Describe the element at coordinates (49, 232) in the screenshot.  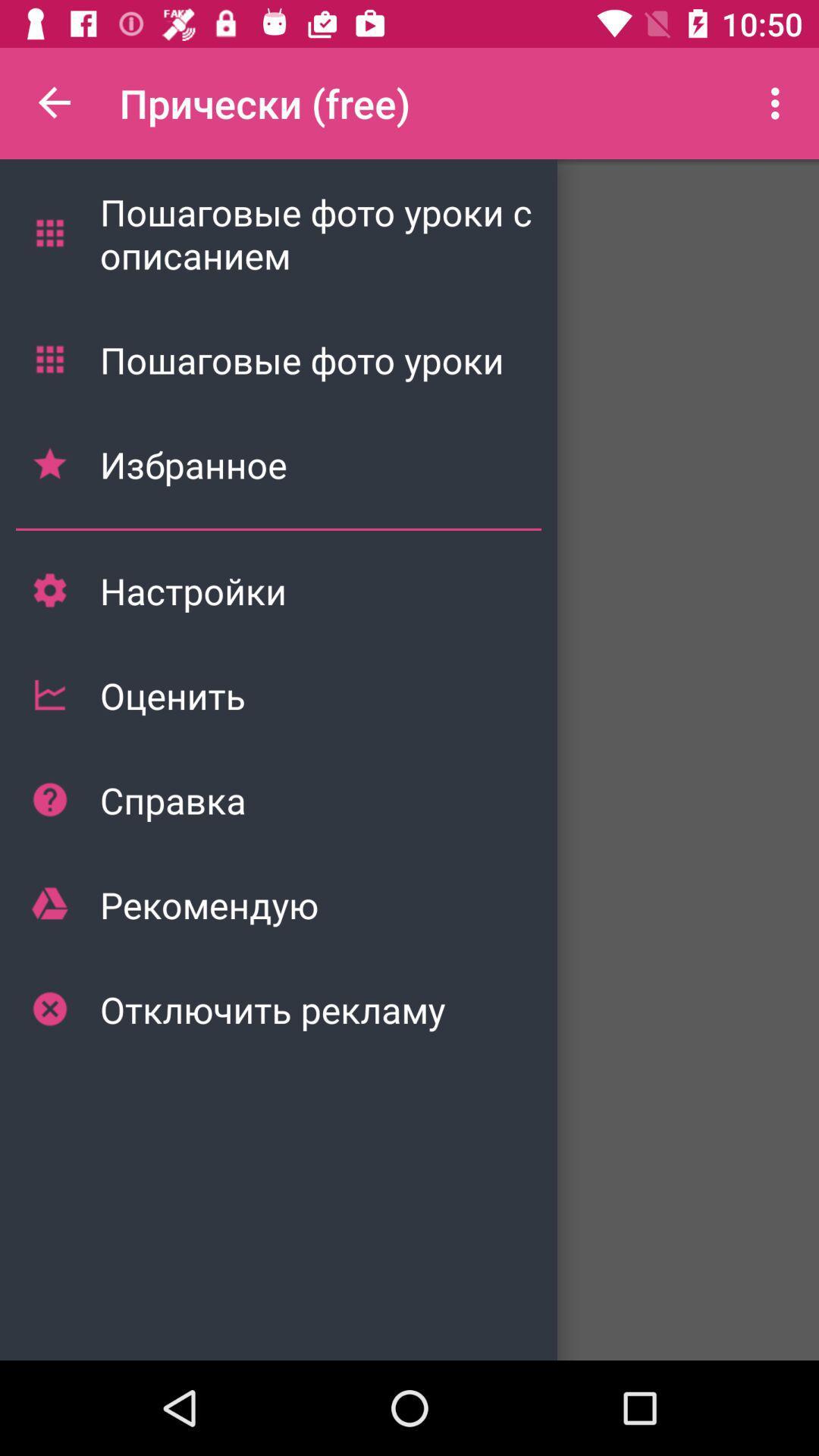
I see `the first menu symbol  from the options` at that location.